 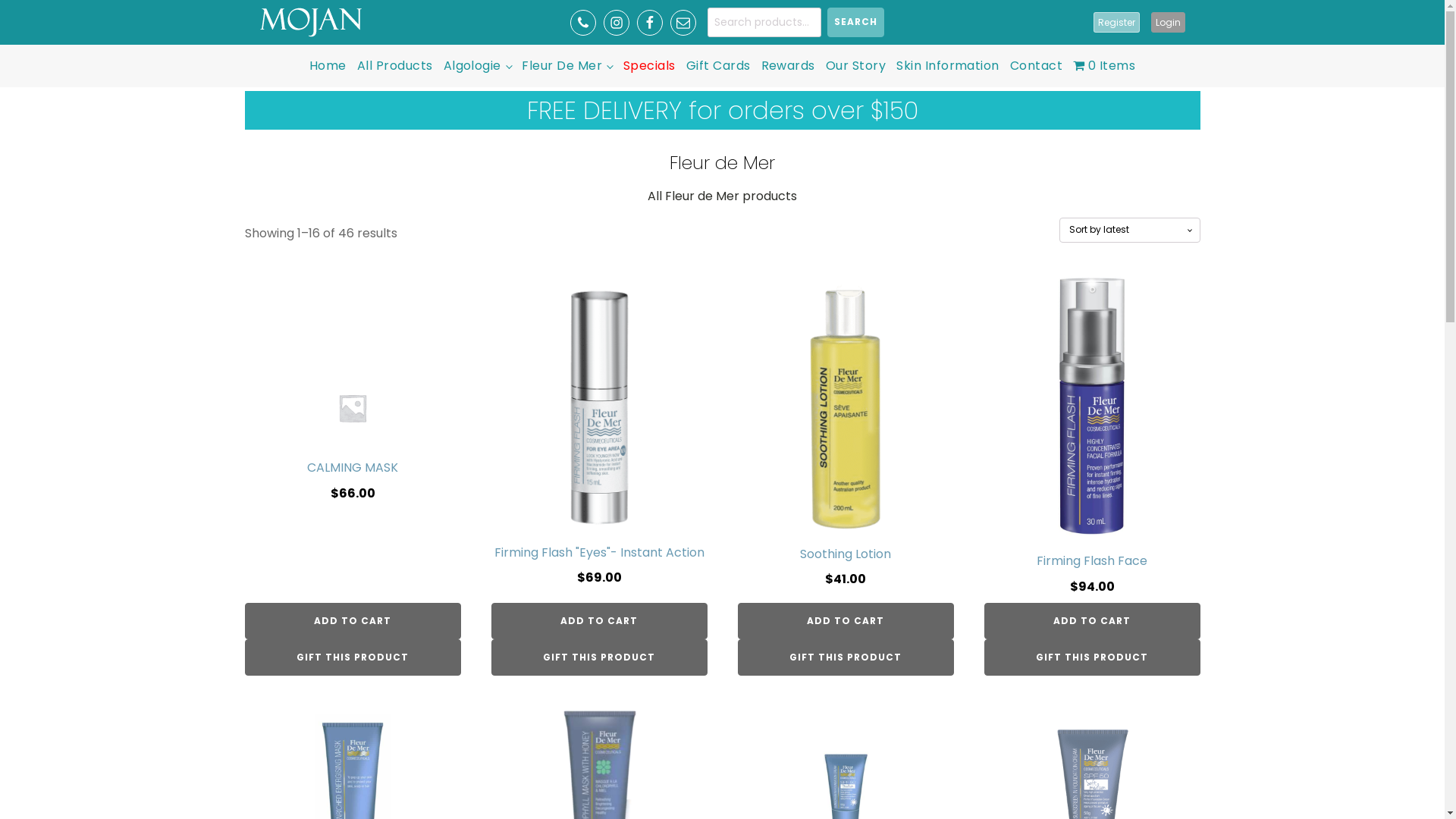 What do you see at coordinates (476, 65) in the screenshot?
I see `'Algologie'` at bounding box center [476, 65].